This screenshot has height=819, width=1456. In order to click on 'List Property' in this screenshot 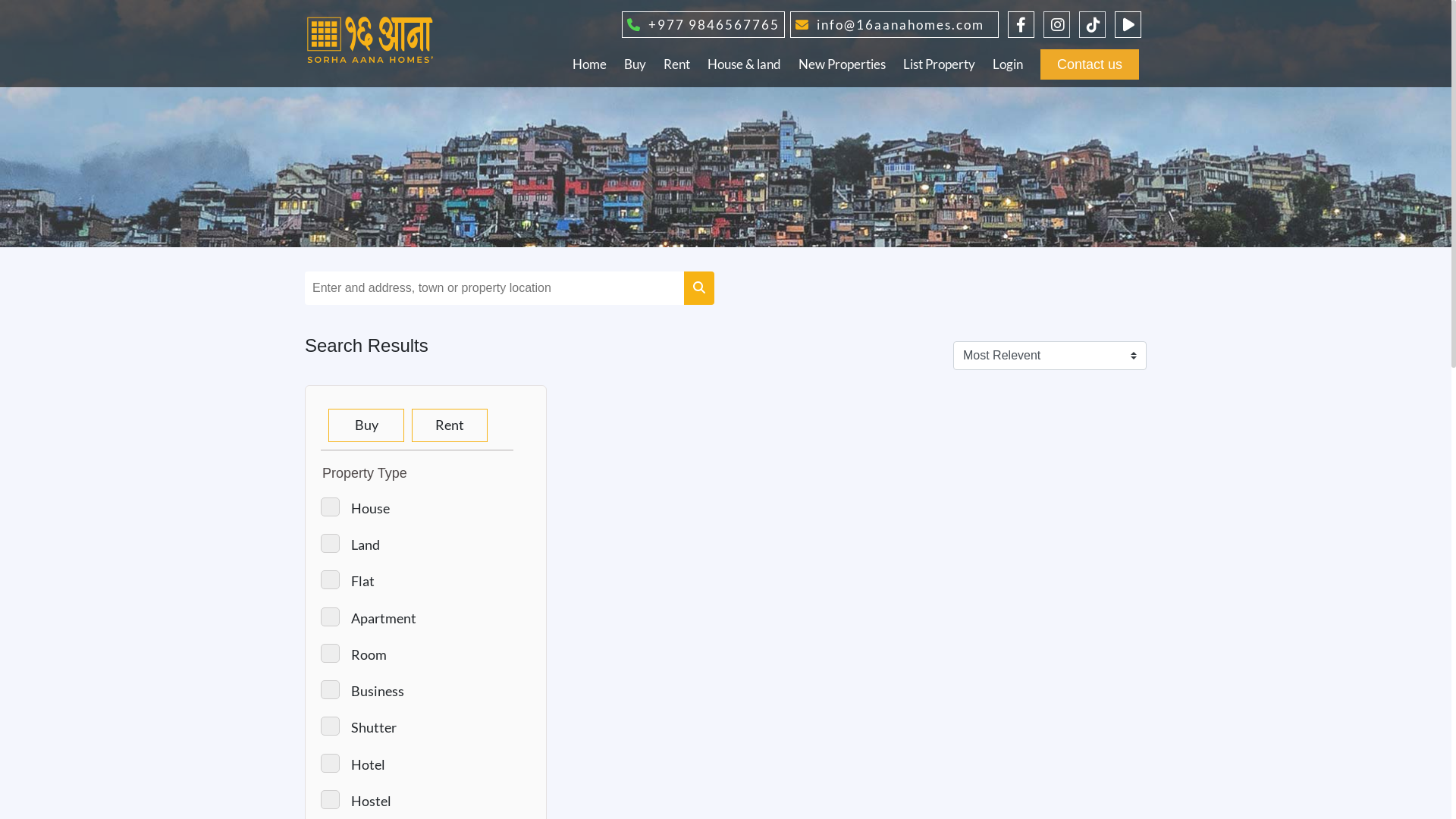, I will do `click(938, 63)`.